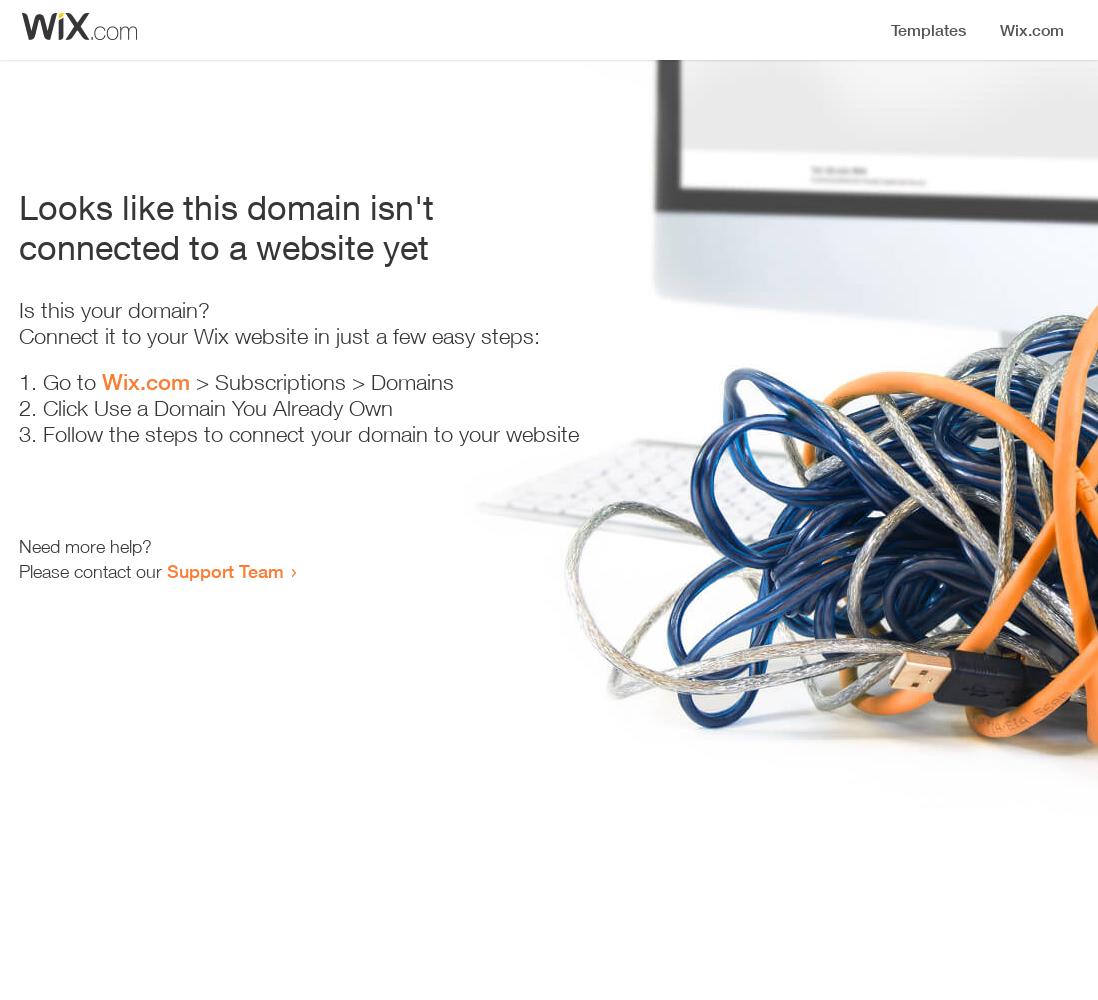 This screenshot has height=1000, width=1098. Describe the element at coordinates (216, 408) in the screenshot. I see `'Click Use a Domain You Already Own'` at that location.